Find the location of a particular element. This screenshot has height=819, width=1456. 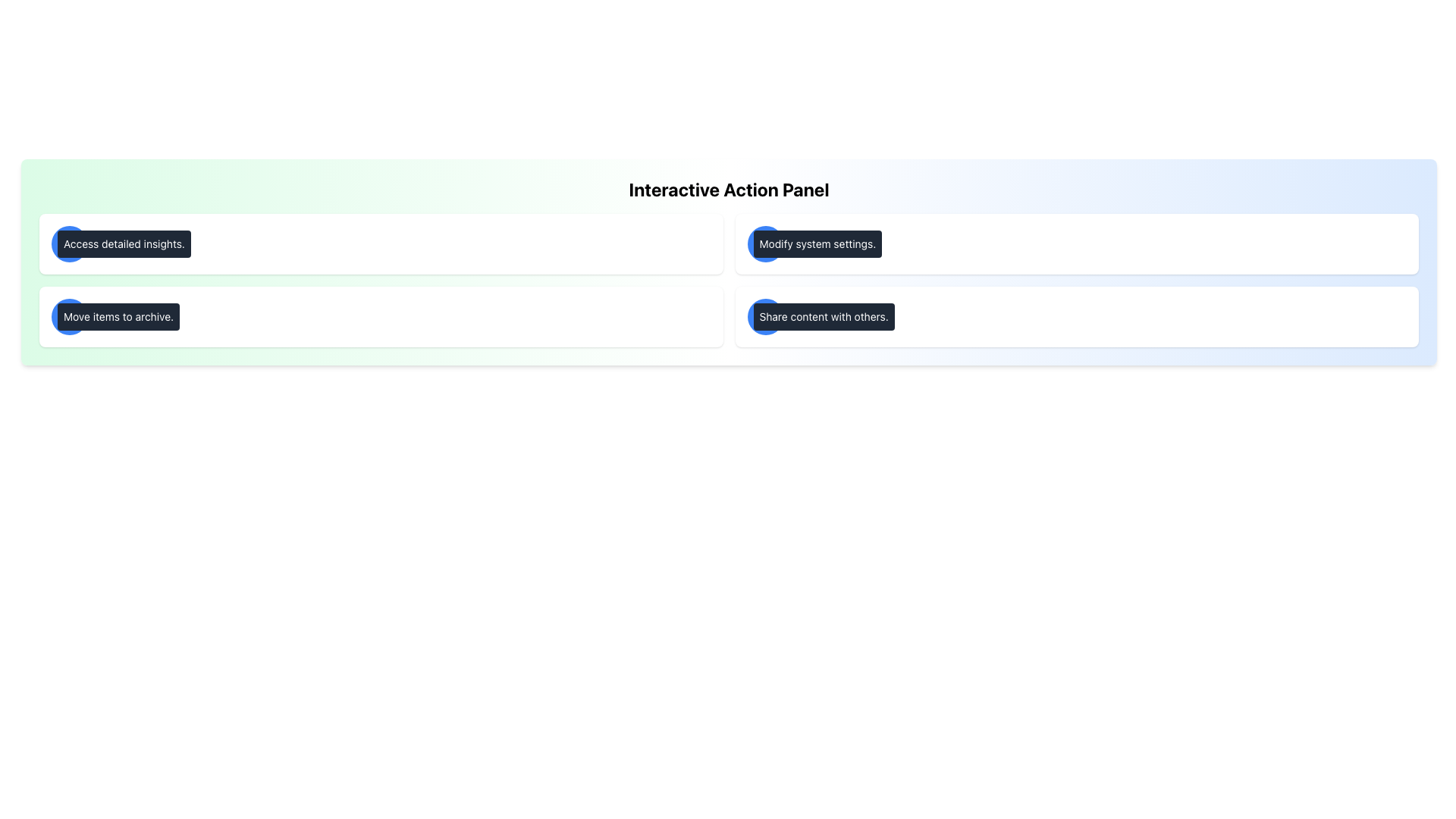

the text label displaying 'Modify system settings.' which has a black background, white text, and is located in the upper-right quadrant of the 'Interactive Action Panel' is located at coordinates (817, 243).